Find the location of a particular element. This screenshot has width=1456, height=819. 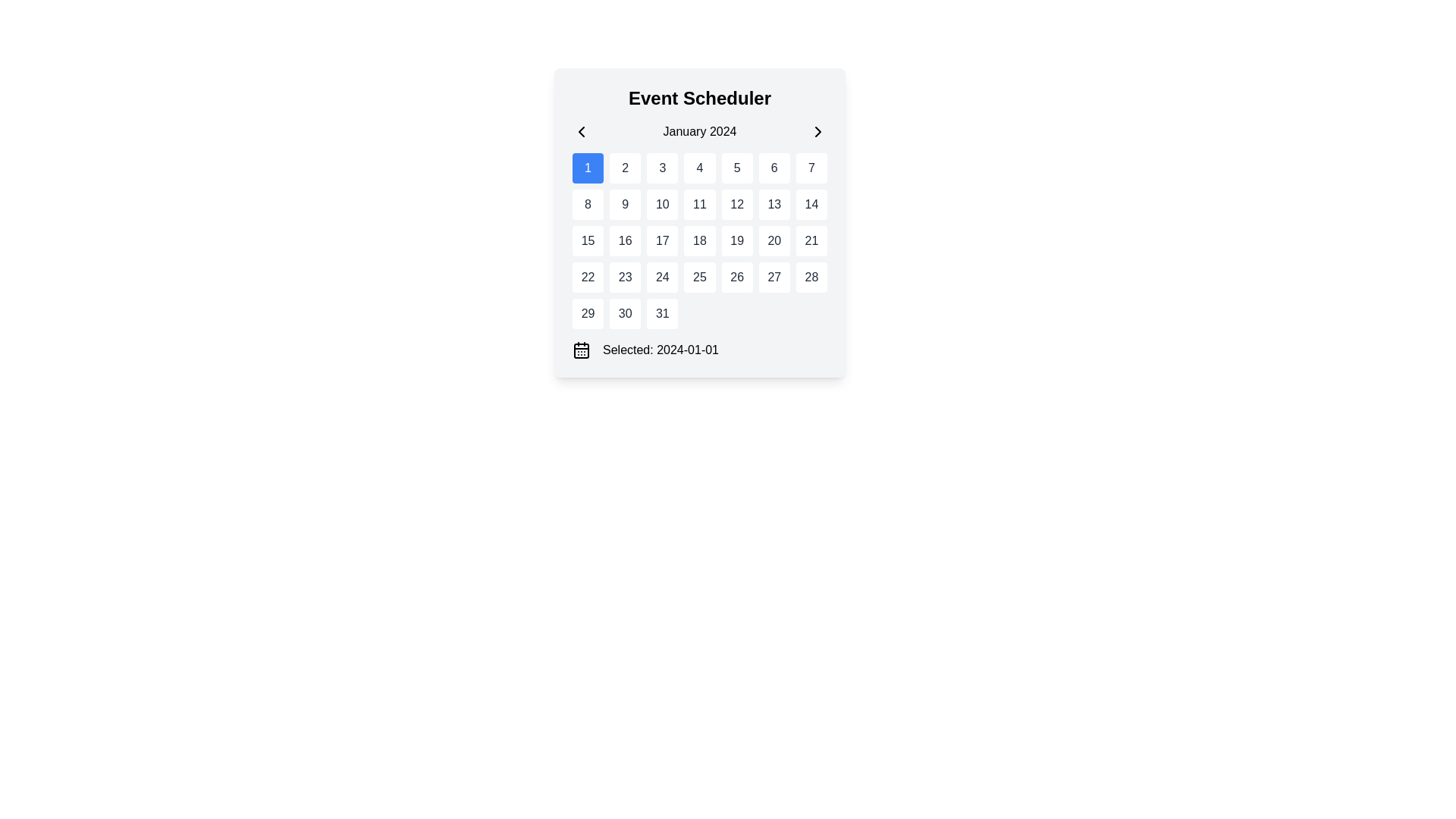

the button representing the date '3' in the calendar view is located at coordinates (662, 168).